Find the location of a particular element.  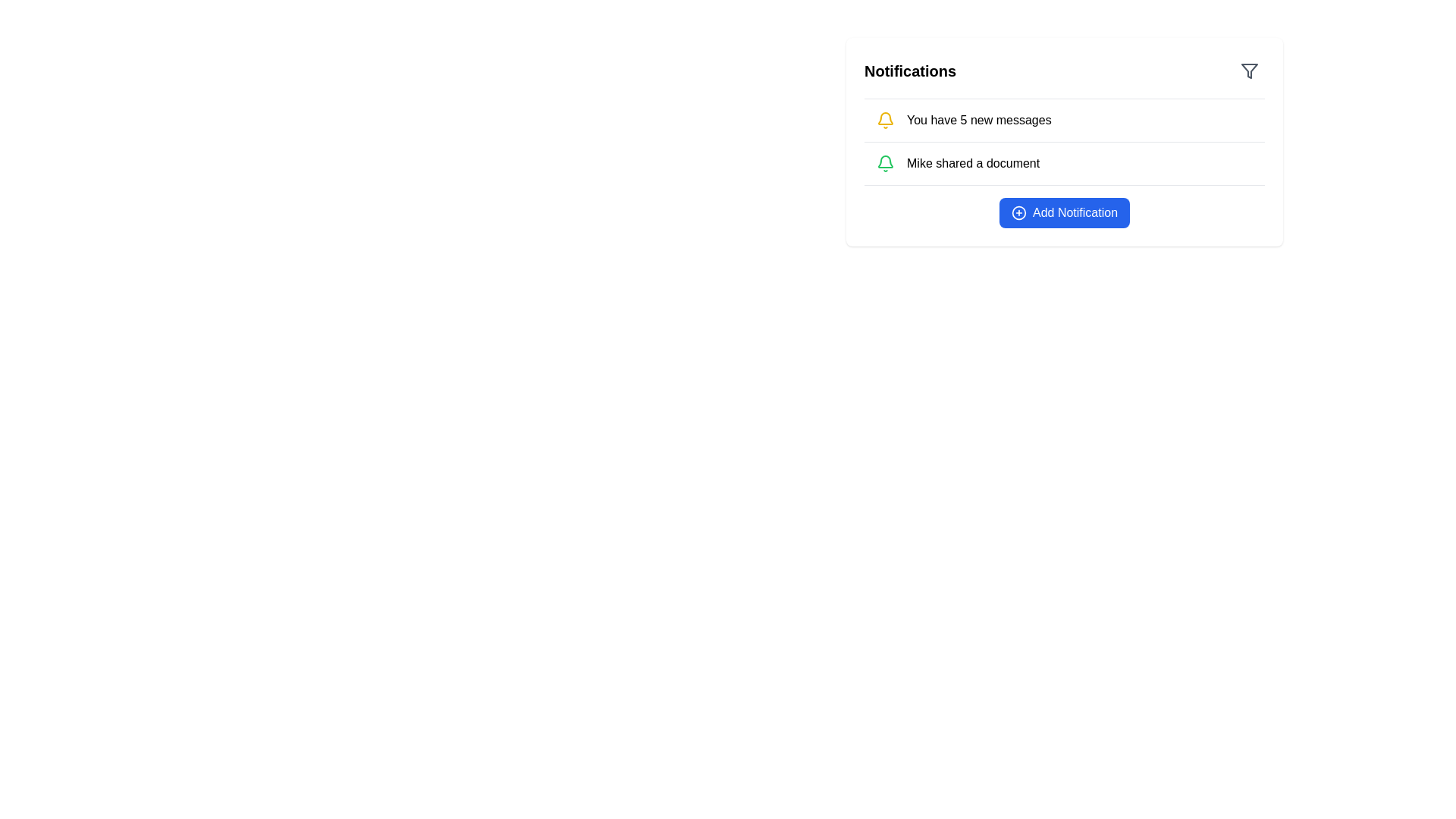

the text label that informs the user about the activity 'Mike shared a document.', located in the notification panel as the second entry is located at coordinates (973, 164).